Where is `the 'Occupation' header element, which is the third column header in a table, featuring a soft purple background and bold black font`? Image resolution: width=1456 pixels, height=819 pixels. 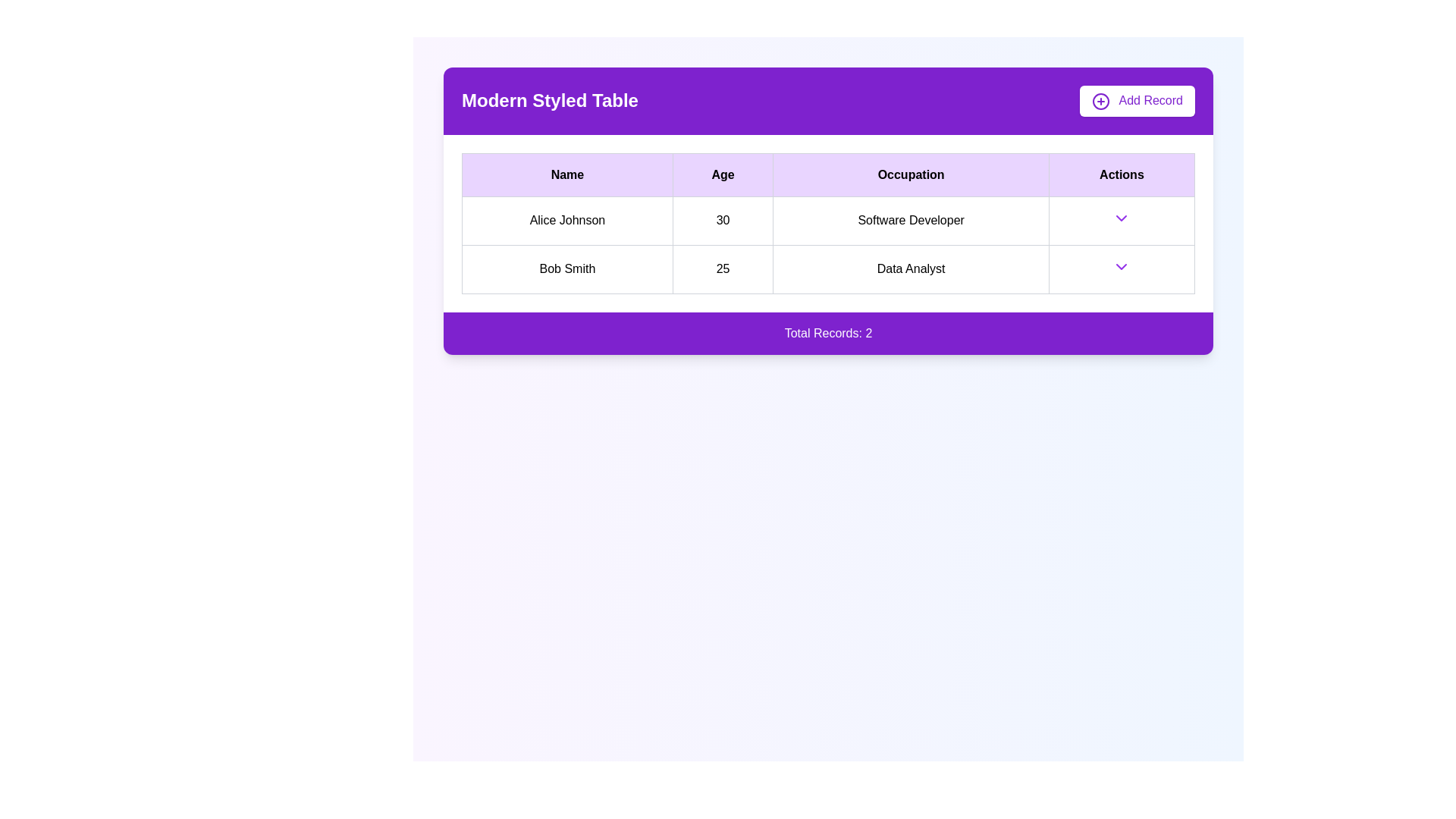 the 'Occupation' header element, which is the third column header in a table, featuring a soft purple background and bold black font is located at coordinates (910, 174).